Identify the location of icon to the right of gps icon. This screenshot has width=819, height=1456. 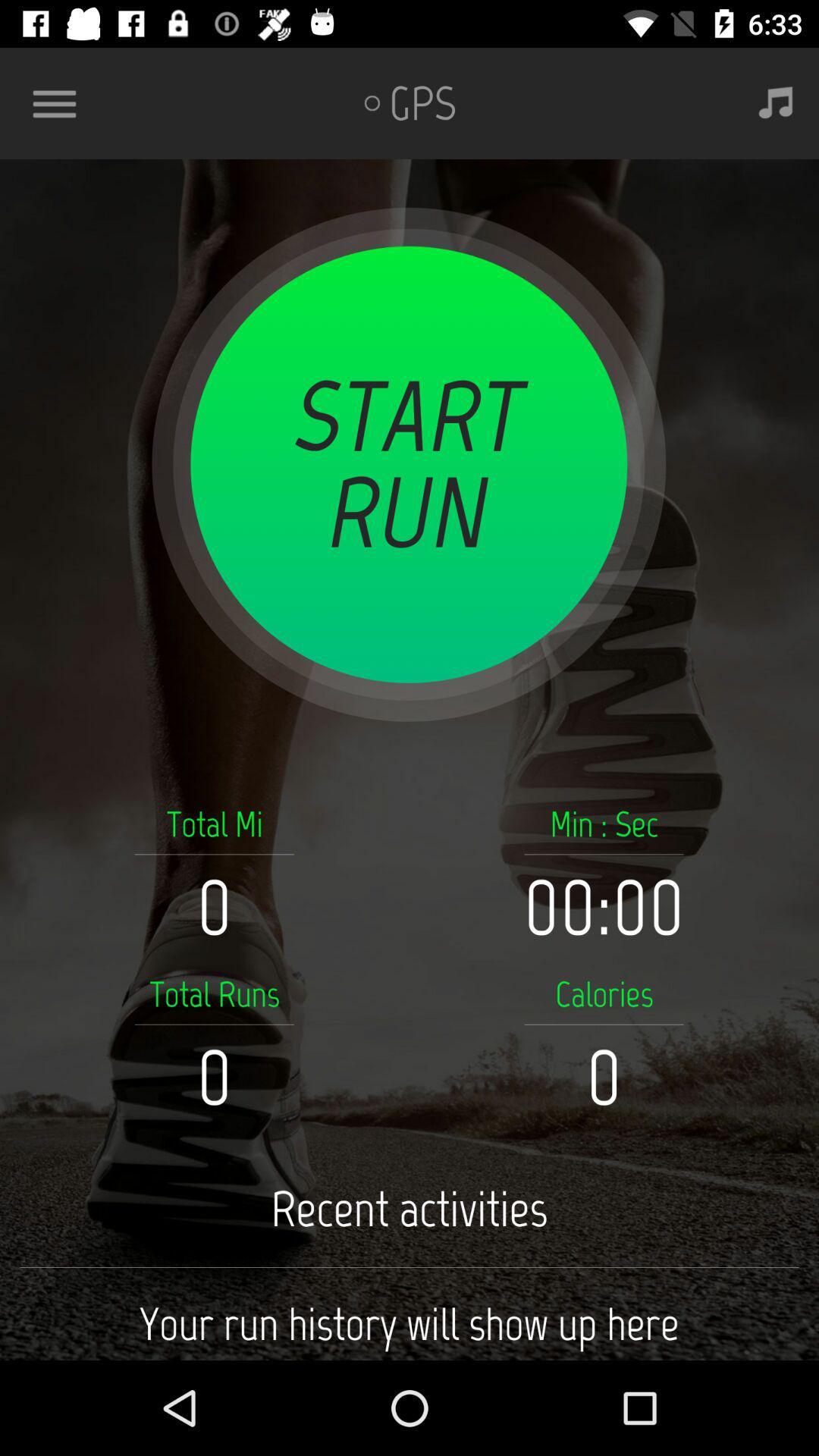
(776, 102).